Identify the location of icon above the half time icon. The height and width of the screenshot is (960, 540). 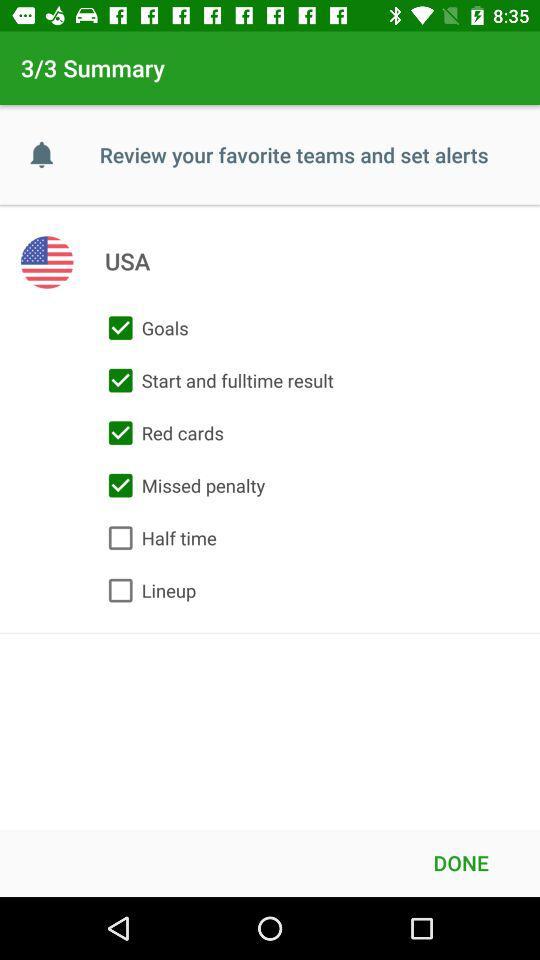
(182, 484).